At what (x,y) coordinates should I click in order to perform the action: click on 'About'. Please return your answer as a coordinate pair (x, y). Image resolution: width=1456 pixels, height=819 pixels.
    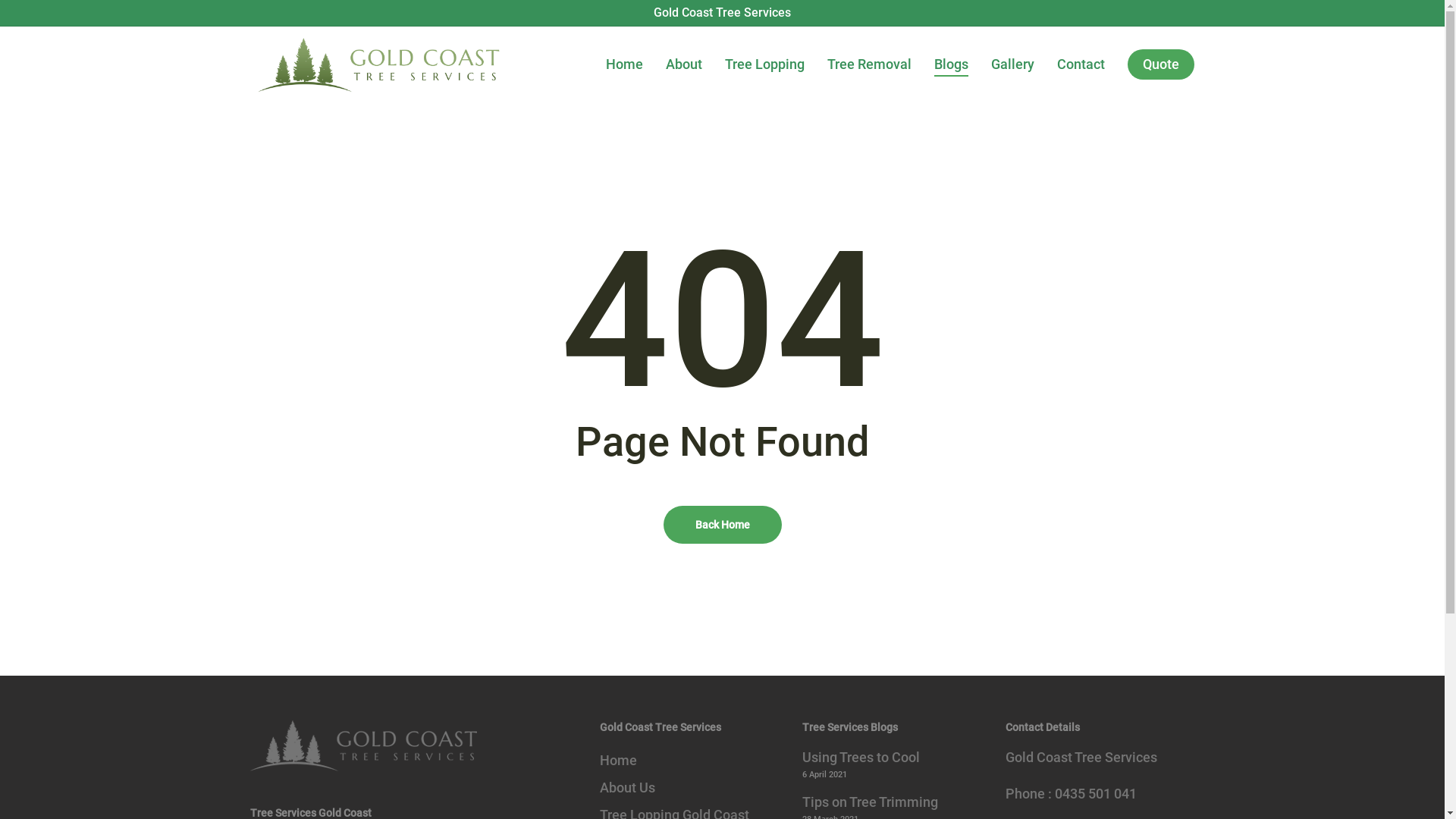
    Looking at the image, I should click on (683, 63).